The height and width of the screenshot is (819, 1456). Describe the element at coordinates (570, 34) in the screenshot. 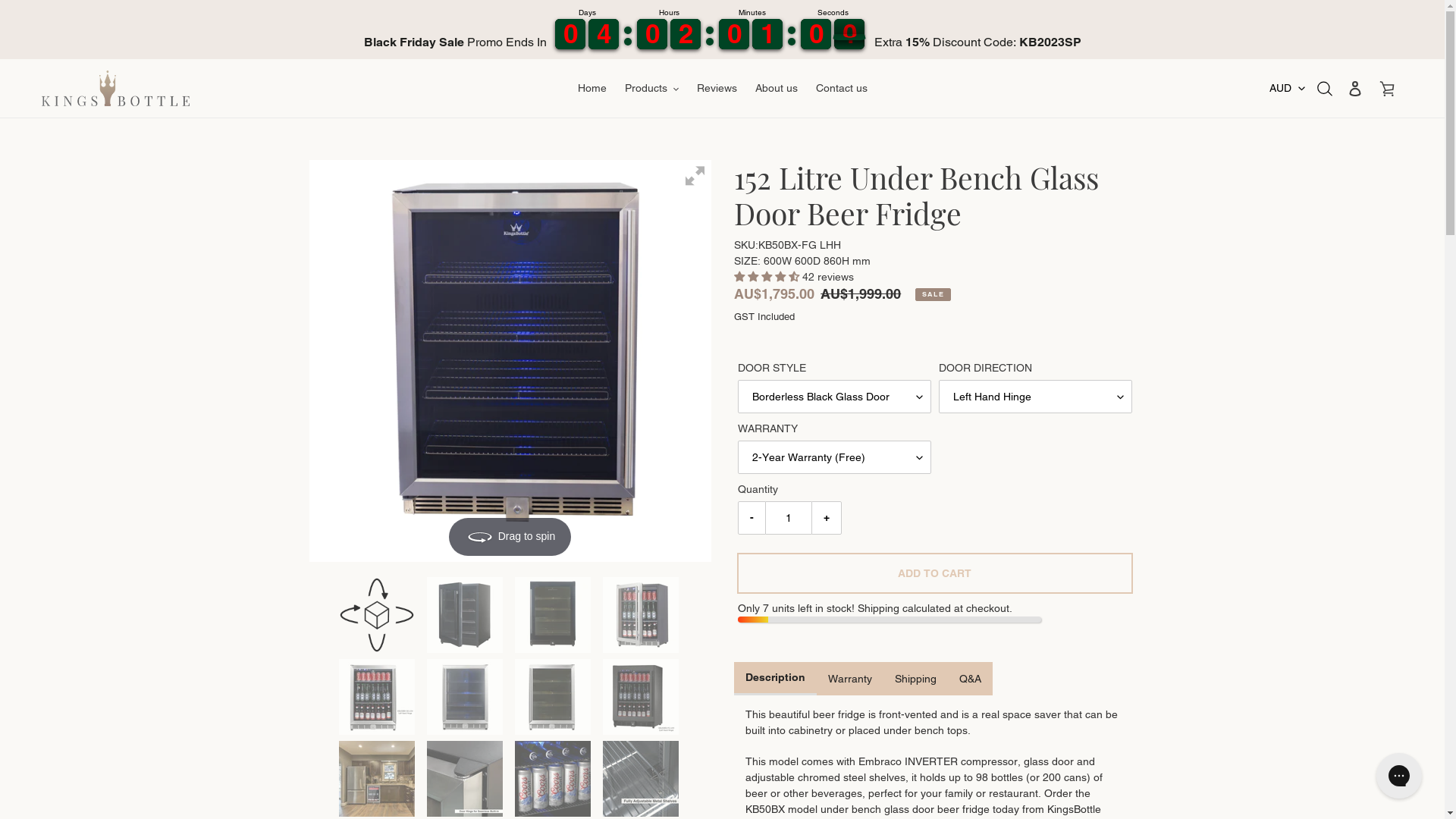

I see `'9` at that location.